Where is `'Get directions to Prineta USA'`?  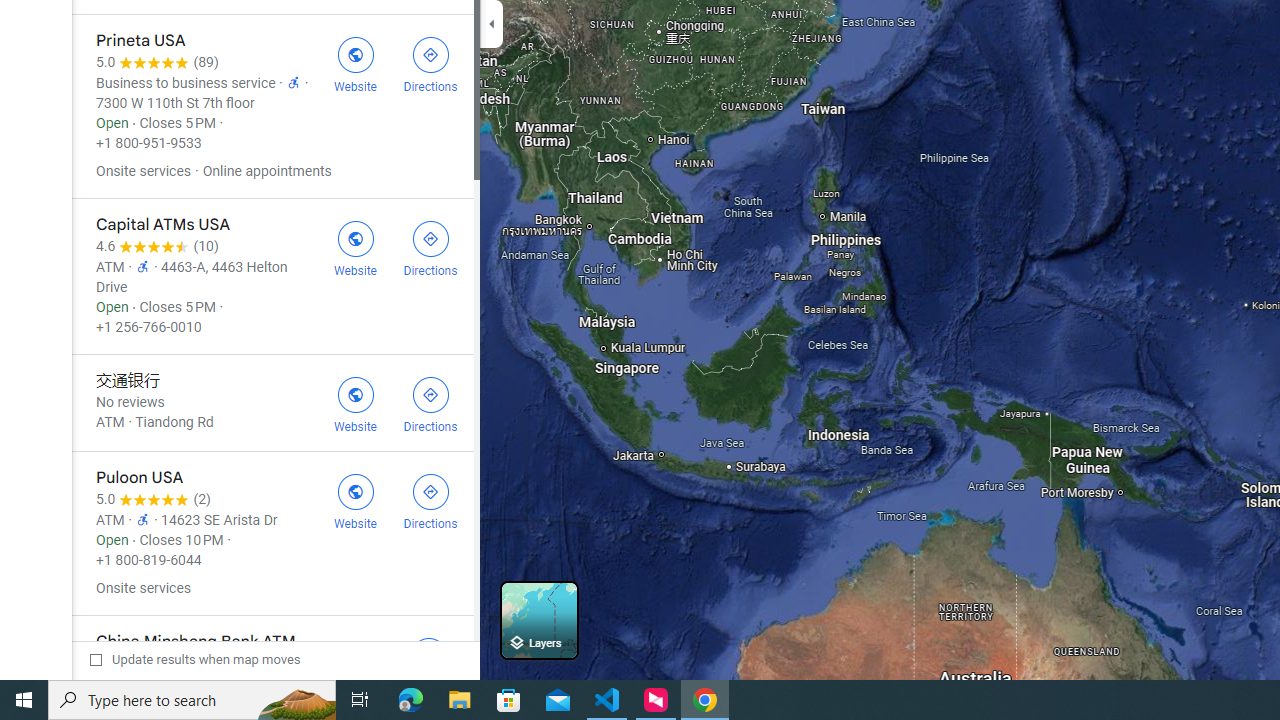 'Get directions to Prineta USA' is located at coordinates (429, 61).